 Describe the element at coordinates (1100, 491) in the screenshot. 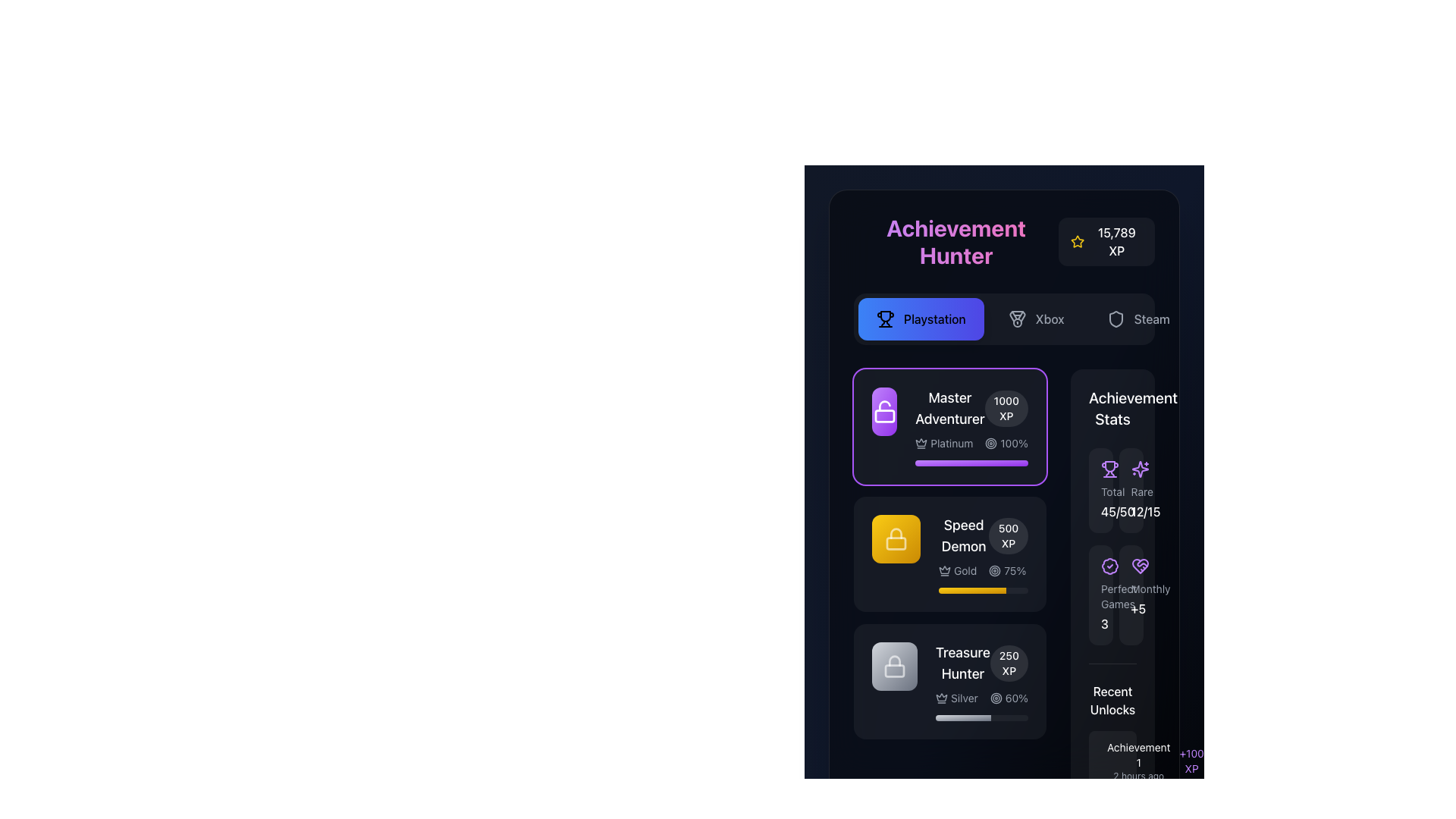

I see `text information from the Card displaying summary information labeled 'Total' with the numeric value '45/50', located in the top-left quadrant of a grid layout` at that location.